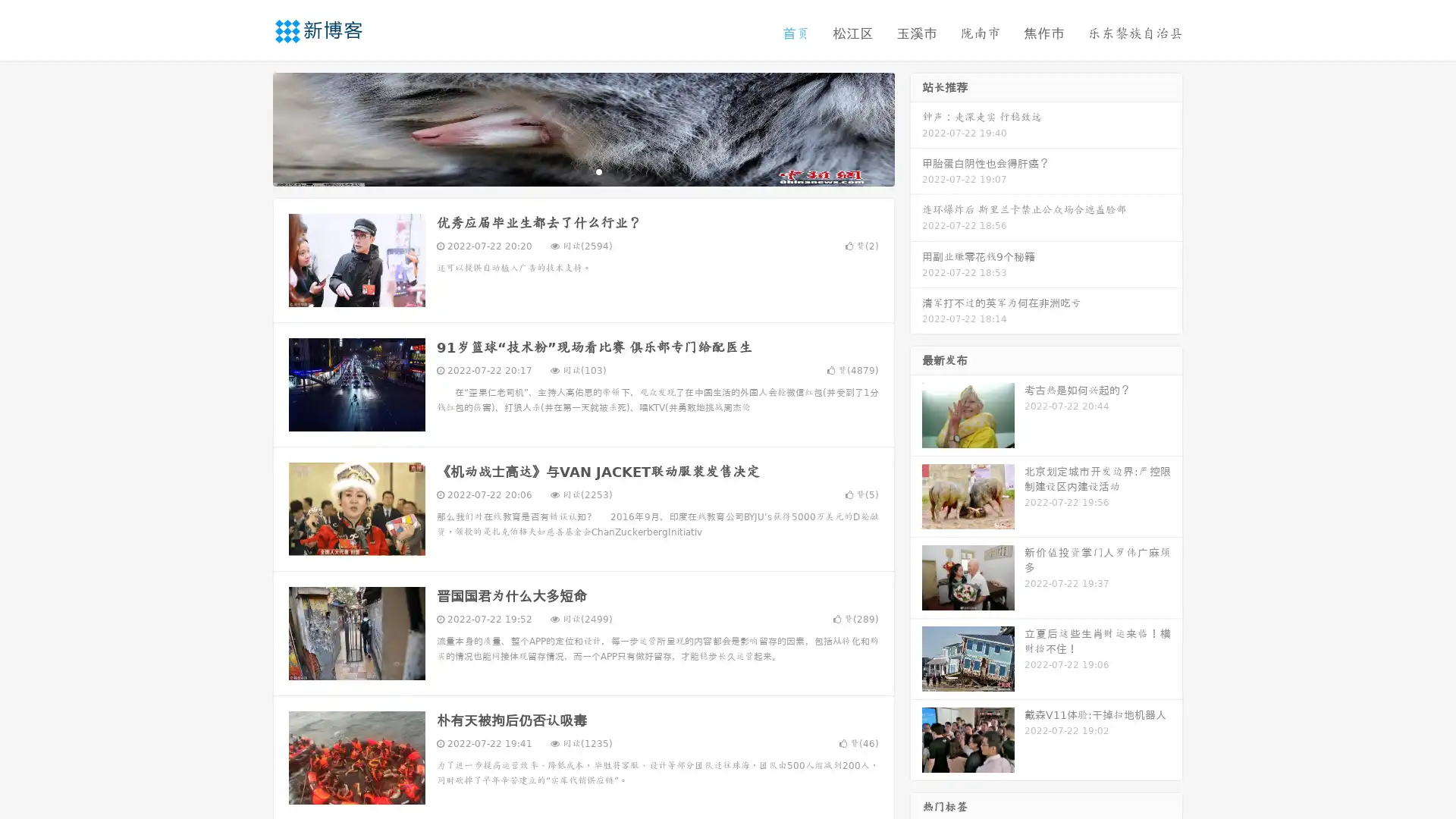  I want to click on Go to slide 1, so click(567, 171).